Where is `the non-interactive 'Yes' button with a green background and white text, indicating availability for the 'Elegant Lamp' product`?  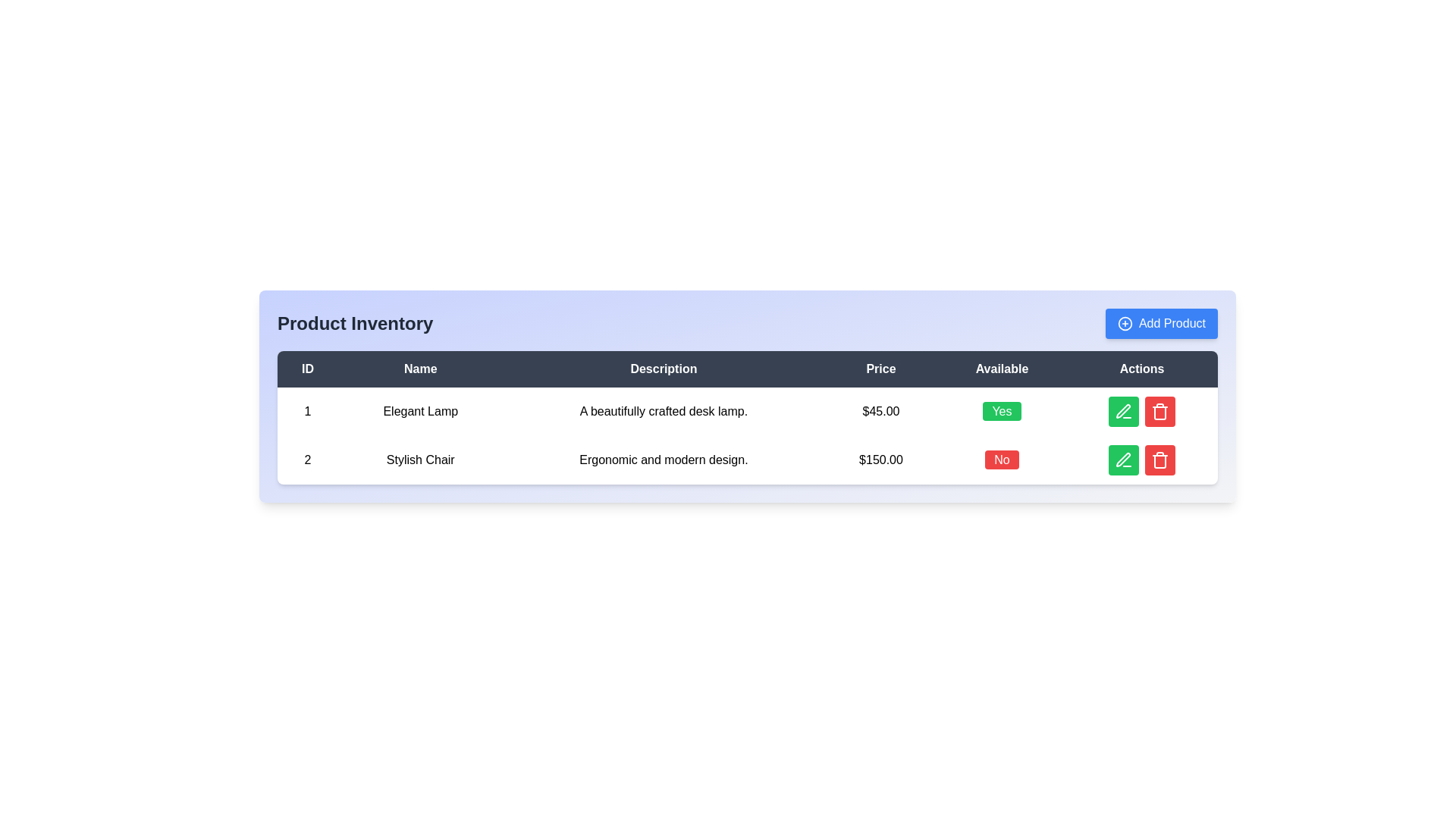
the non-interactive 'Yes' button with a green background and white text, indicating availability for the 'Elegant Lamp' product is located at coordinates (1002, 411).